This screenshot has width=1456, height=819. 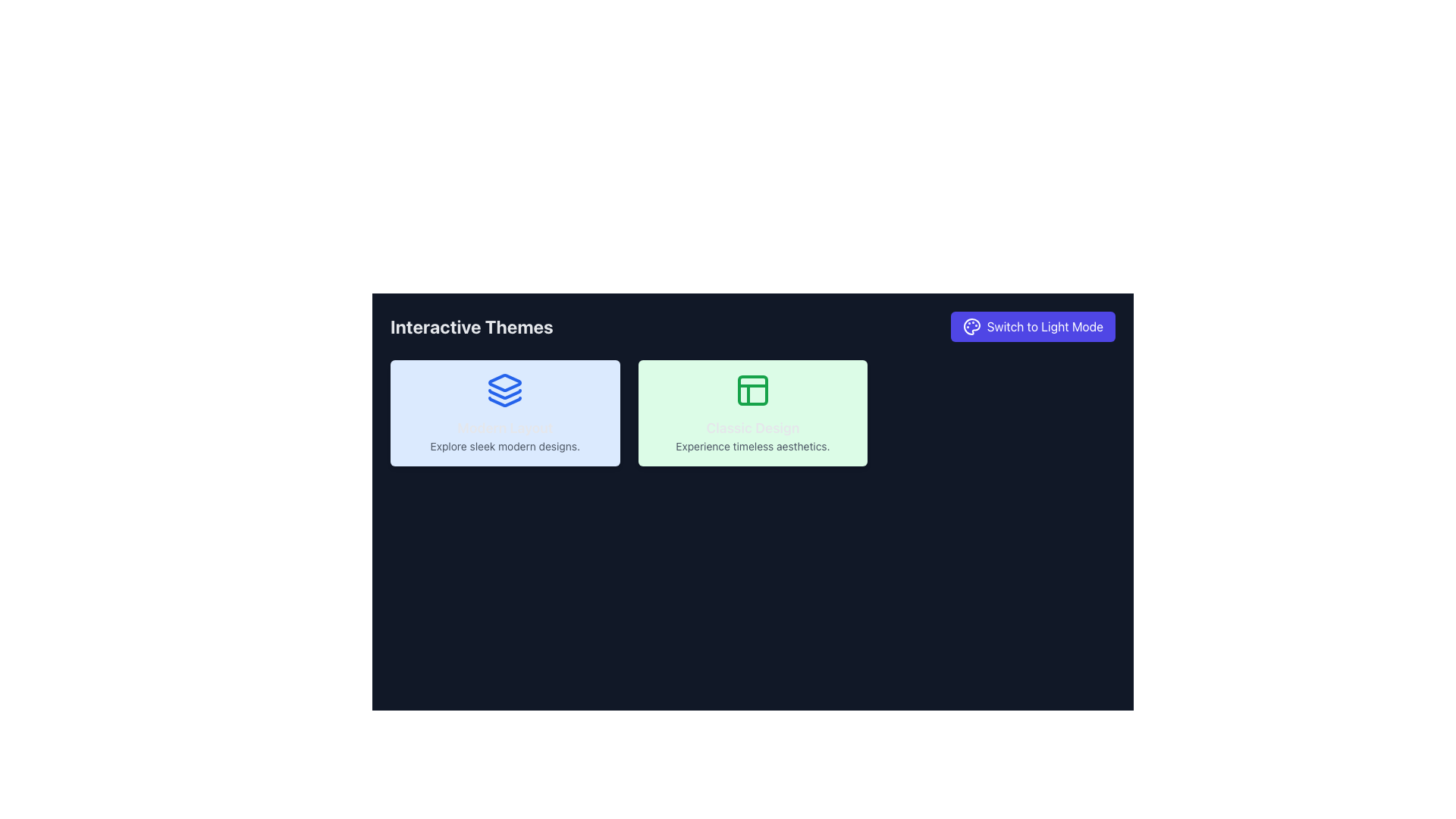 What do you see at coordinates (505, 435) in the screenshot?
I see `the descriptive label for the 'Modern Layout' option` at bounding box center [505, 435].